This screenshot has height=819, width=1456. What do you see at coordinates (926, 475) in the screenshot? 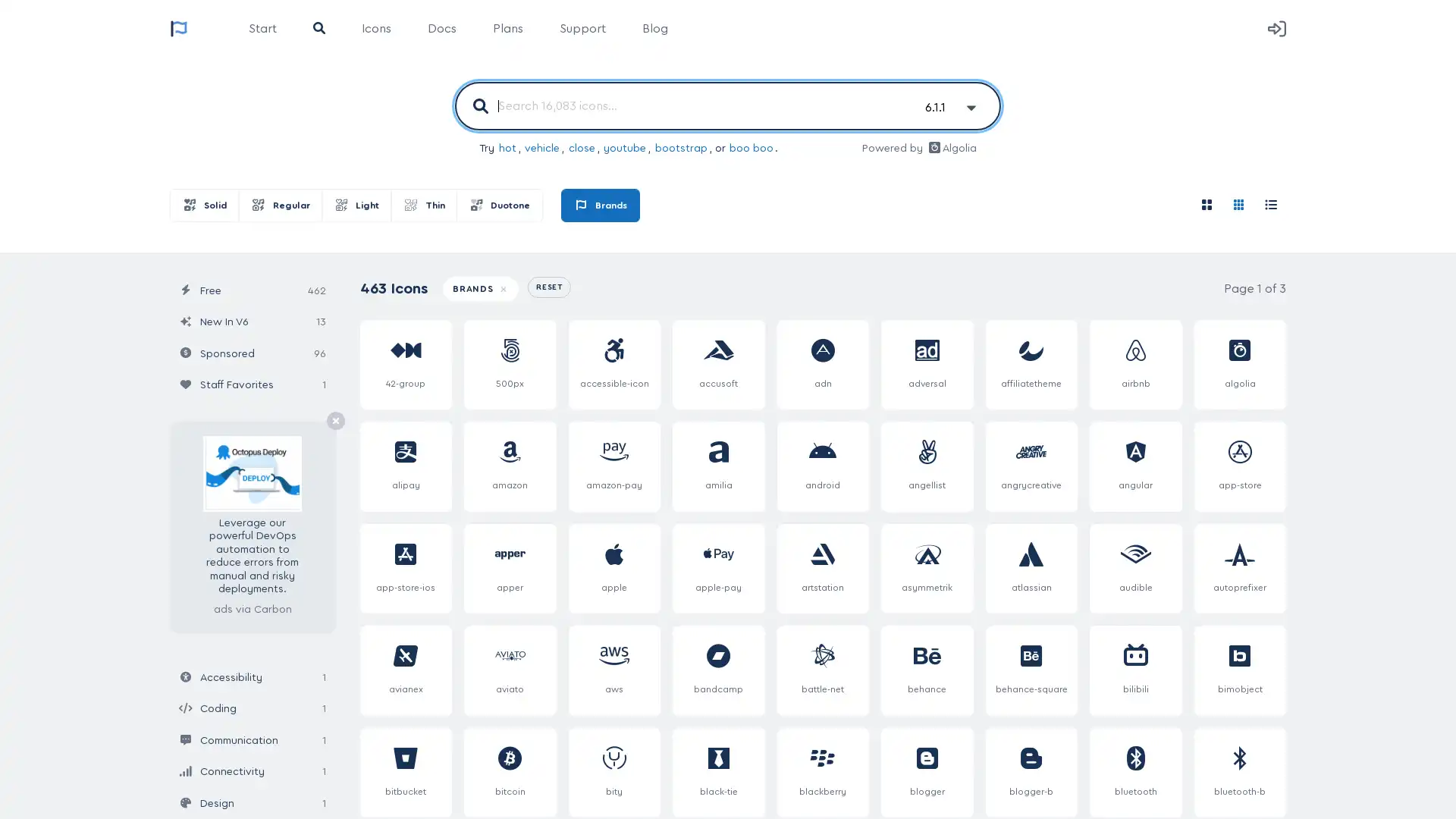
I see `angellist` at bounding box center [926, 475].